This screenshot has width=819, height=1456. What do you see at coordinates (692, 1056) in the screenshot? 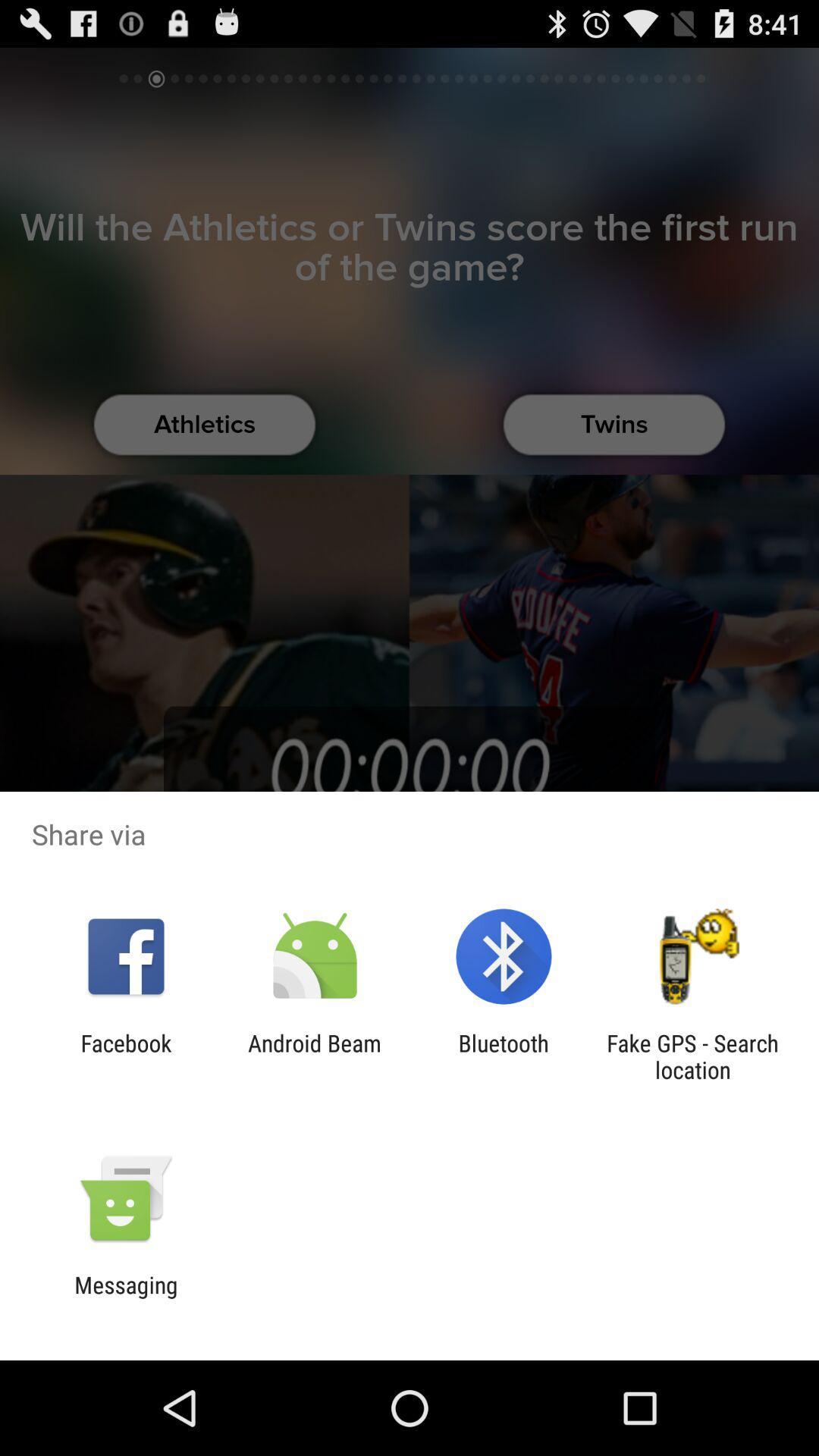
I see `the icon to the right of bluetooth icon` at bounding box center [692, 1056].